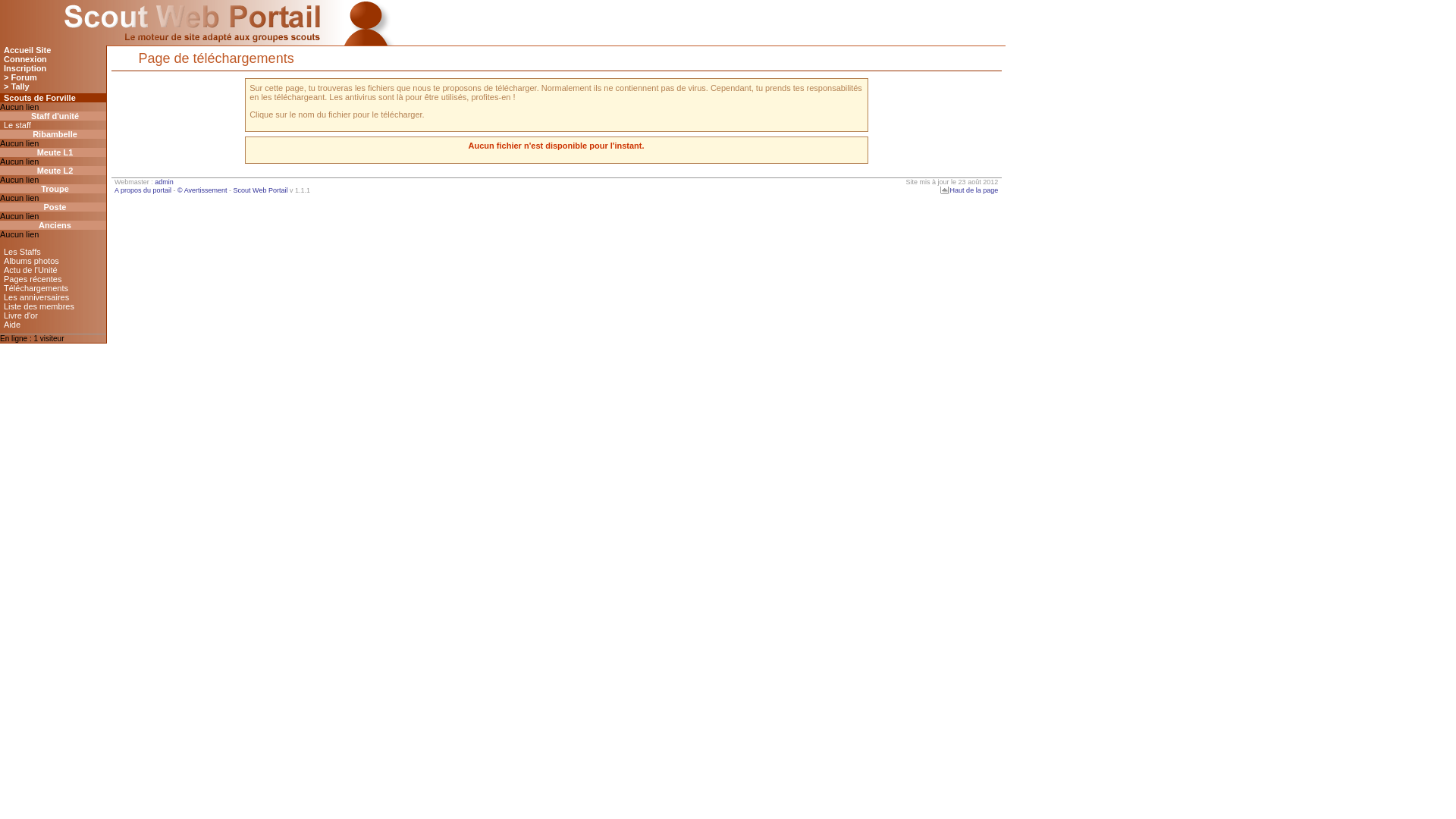 The image size is (1456, 819). Describe the element at coordinates (232, 189) in the screenshot. I see `'Scout Web Portail'` at that location.